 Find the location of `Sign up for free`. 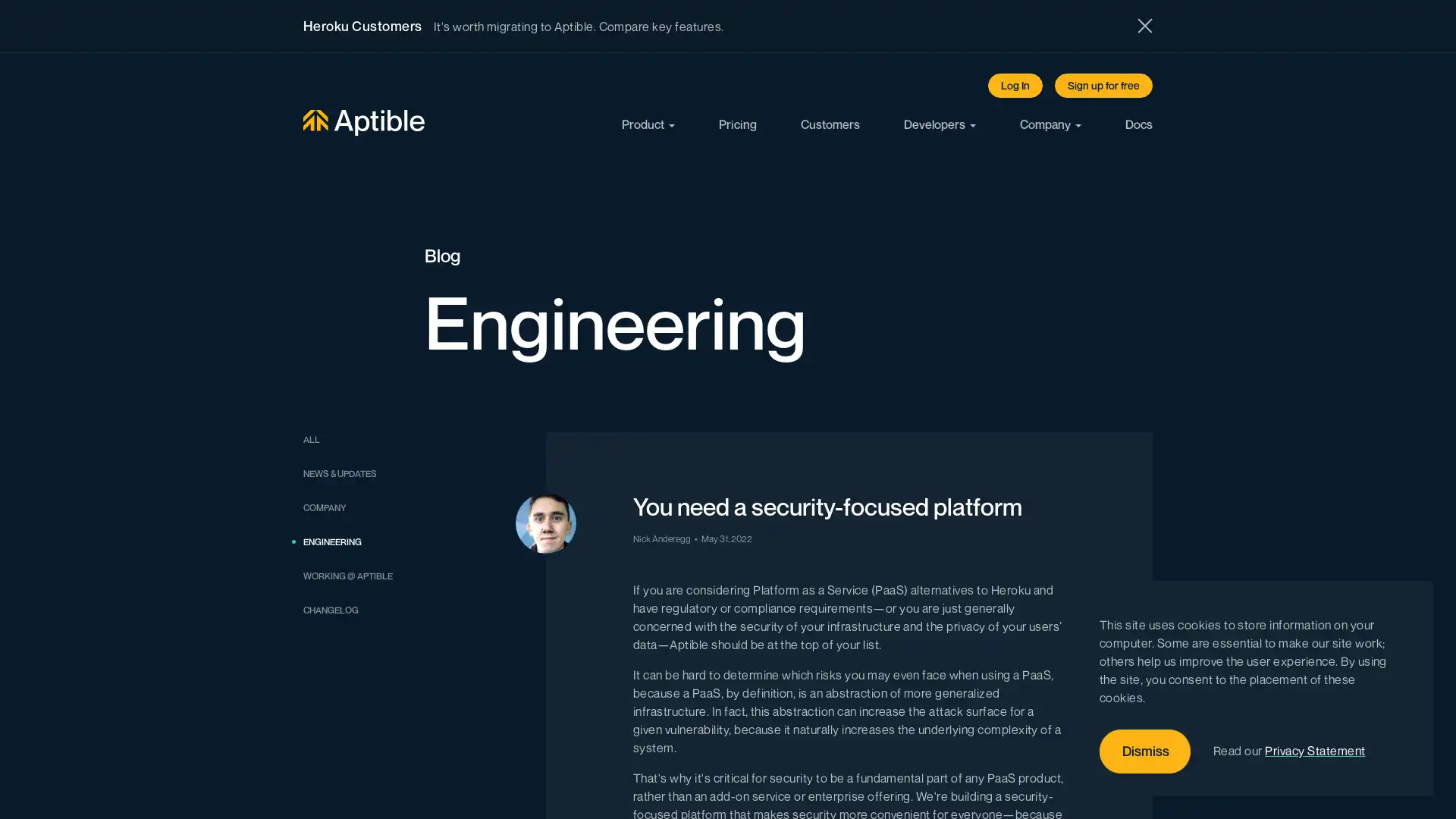

Sign up for free is located at coordinates (1103, 85).